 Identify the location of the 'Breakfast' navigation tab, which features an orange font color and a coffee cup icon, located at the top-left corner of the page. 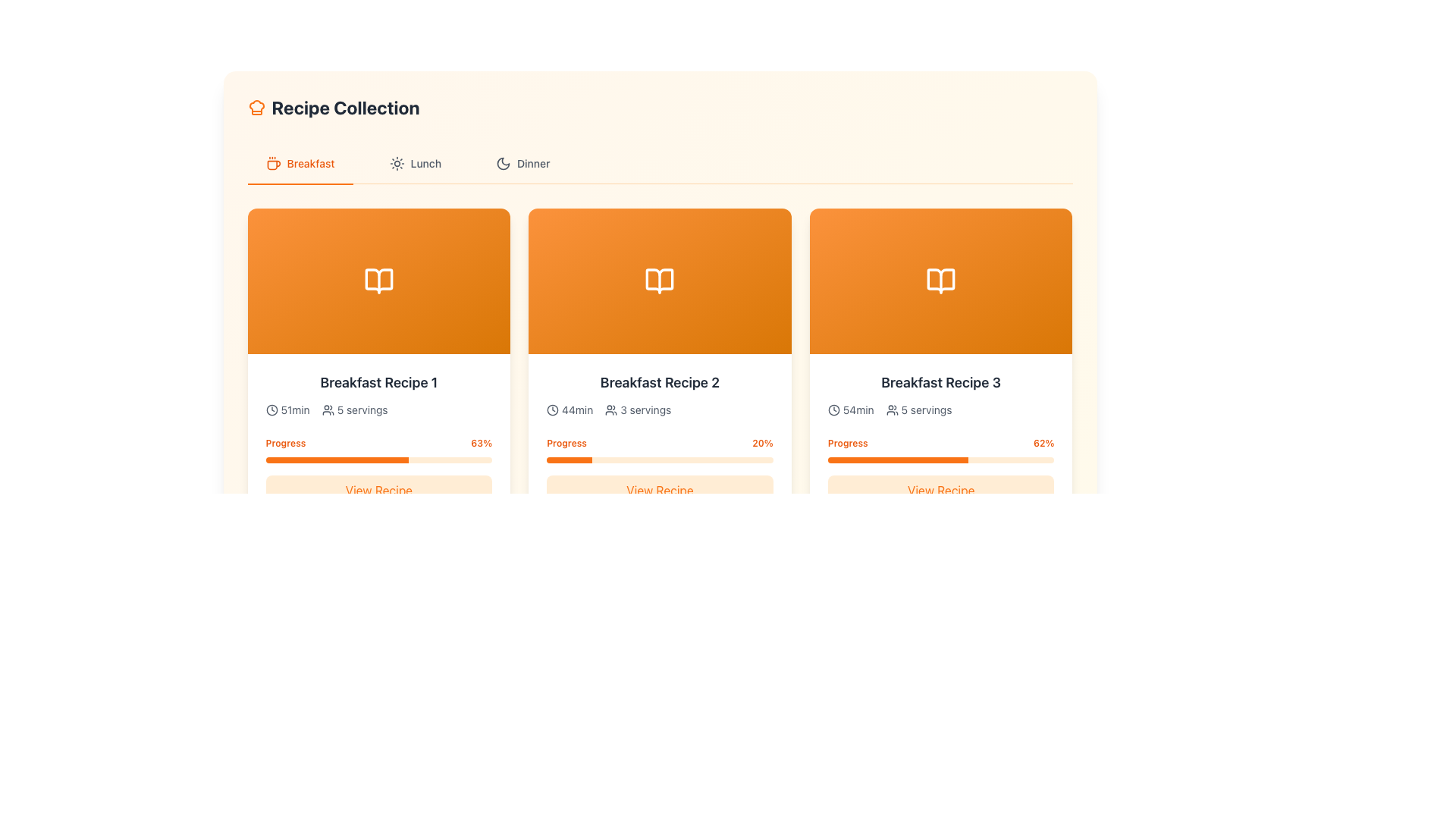
(300, 164).